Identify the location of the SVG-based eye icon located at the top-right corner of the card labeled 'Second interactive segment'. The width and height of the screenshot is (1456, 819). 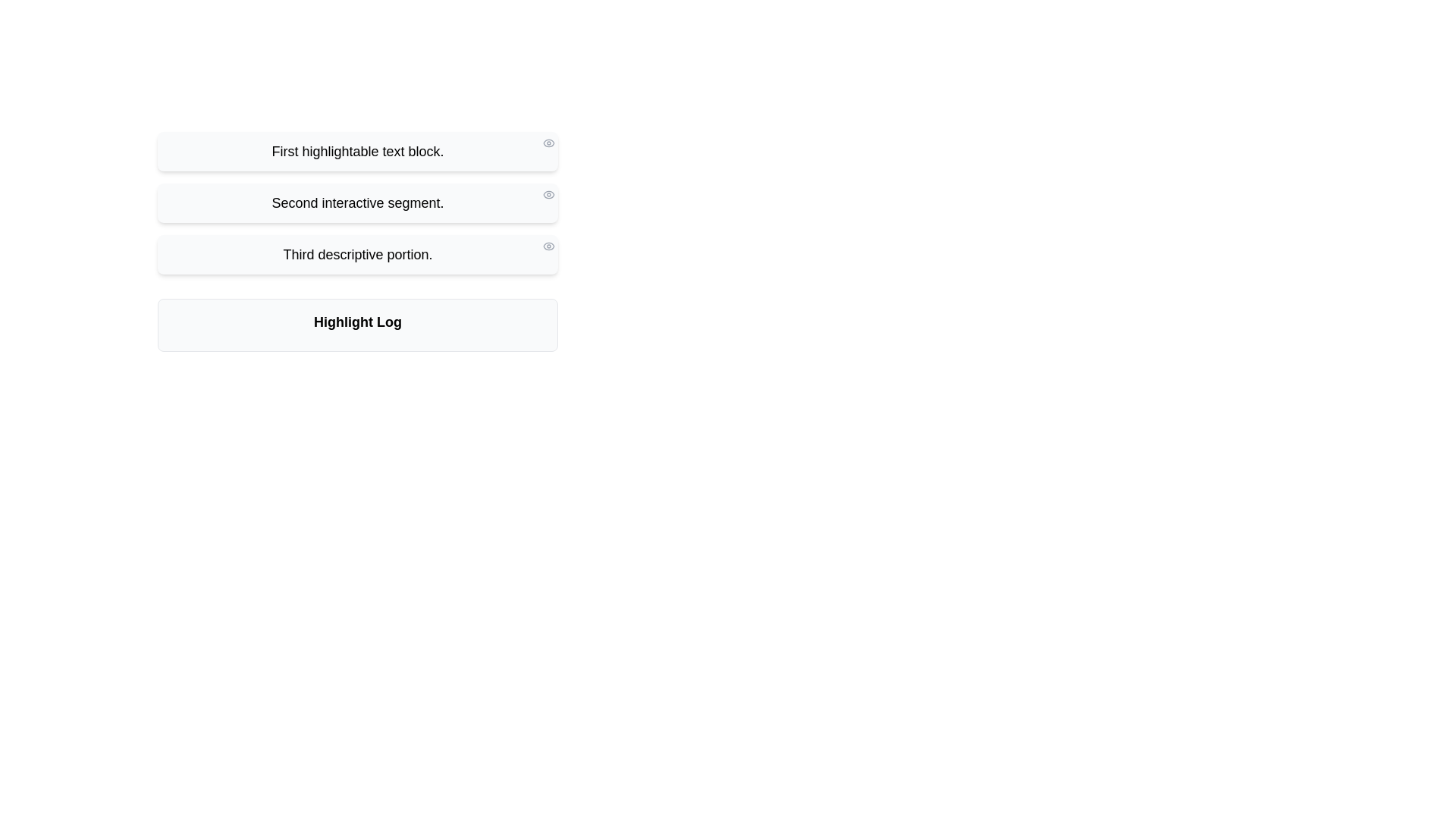
(548, 193).